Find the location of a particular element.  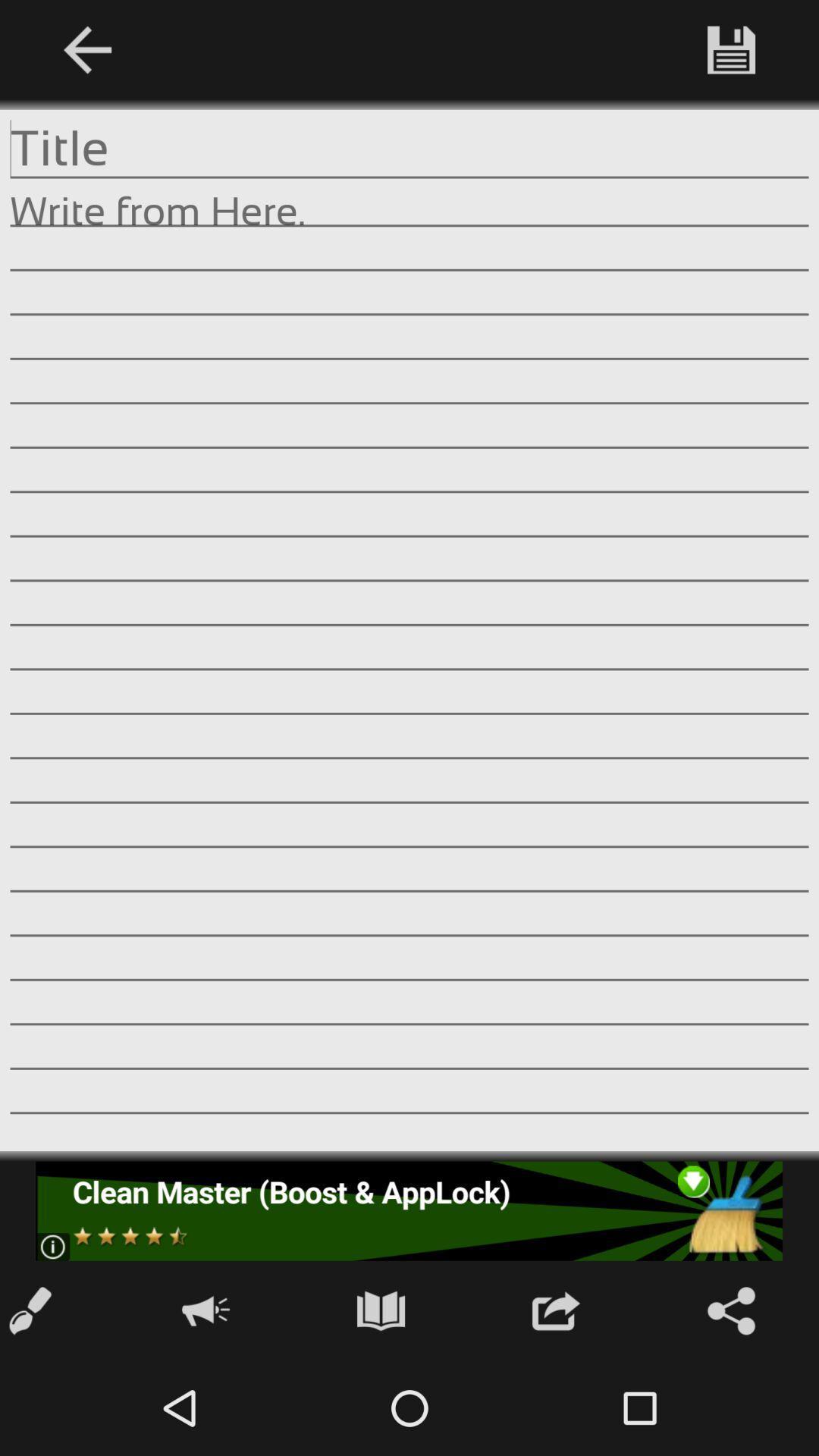

the edit icon is located at coordinates (58, 1310).